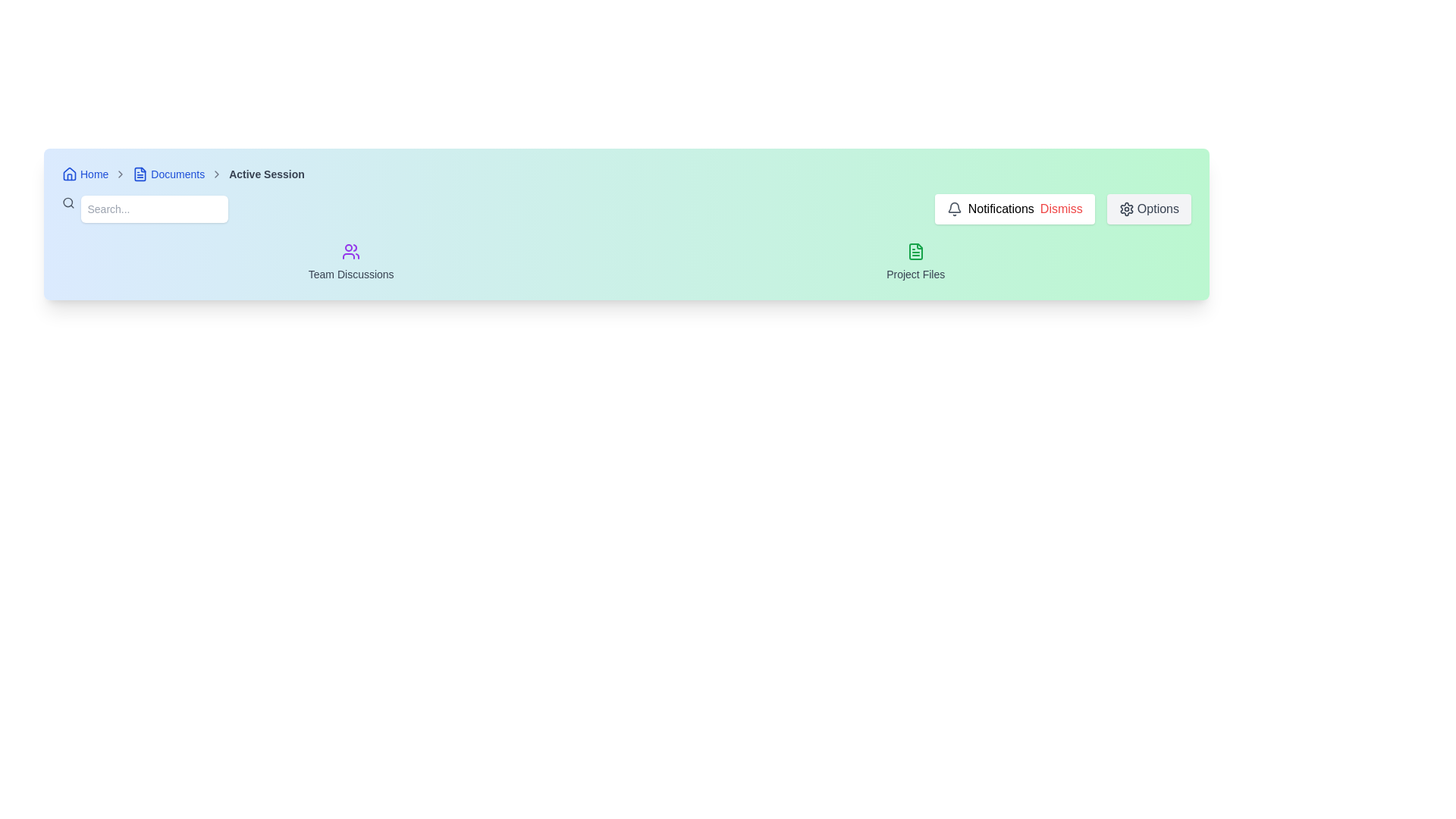 The width and height of the screenshot is (1456, 819). What do you see at coordinates (350, 262) in the screenshot?
I see `the navigation button with an icon and text` at bounding box center [350, 262].